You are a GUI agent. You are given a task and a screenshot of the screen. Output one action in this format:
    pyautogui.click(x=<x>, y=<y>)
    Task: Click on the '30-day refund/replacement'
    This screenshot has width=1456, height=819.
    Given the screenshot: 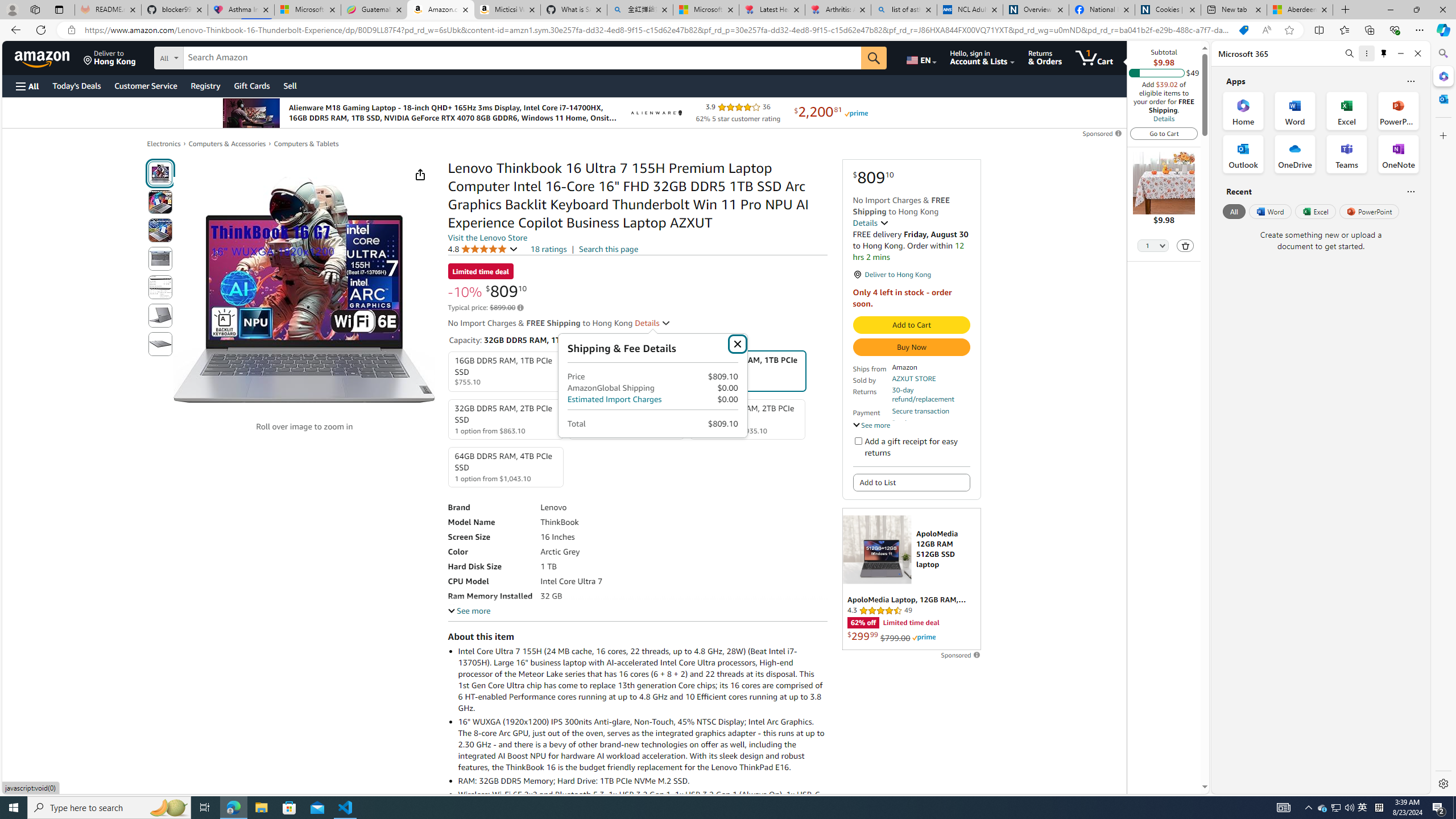 What is the action you would take?
    pyautogui.click(x=929, y=394)
    